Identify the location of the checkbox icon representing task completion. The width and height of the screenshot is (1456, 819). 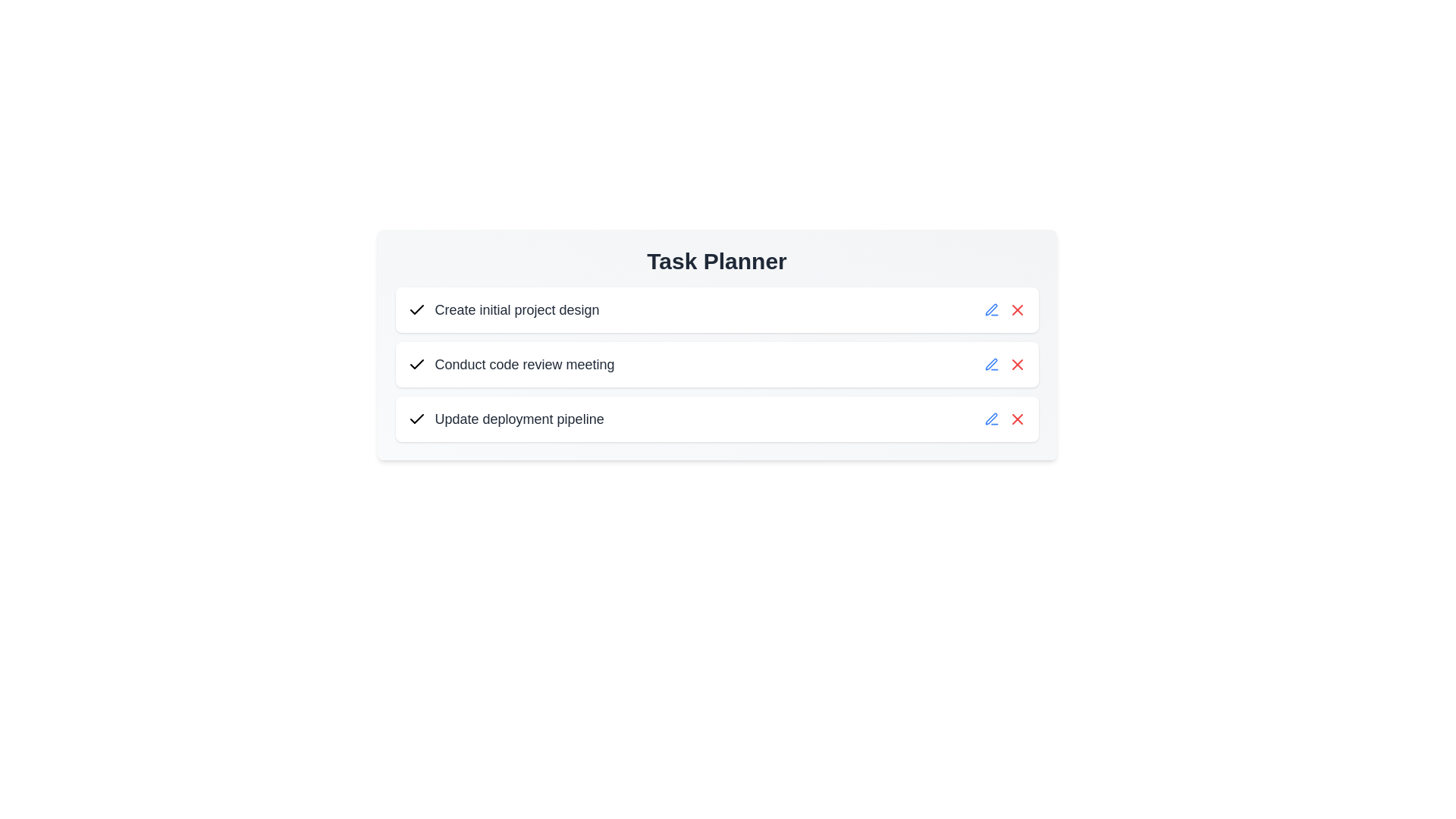
(416, 365).